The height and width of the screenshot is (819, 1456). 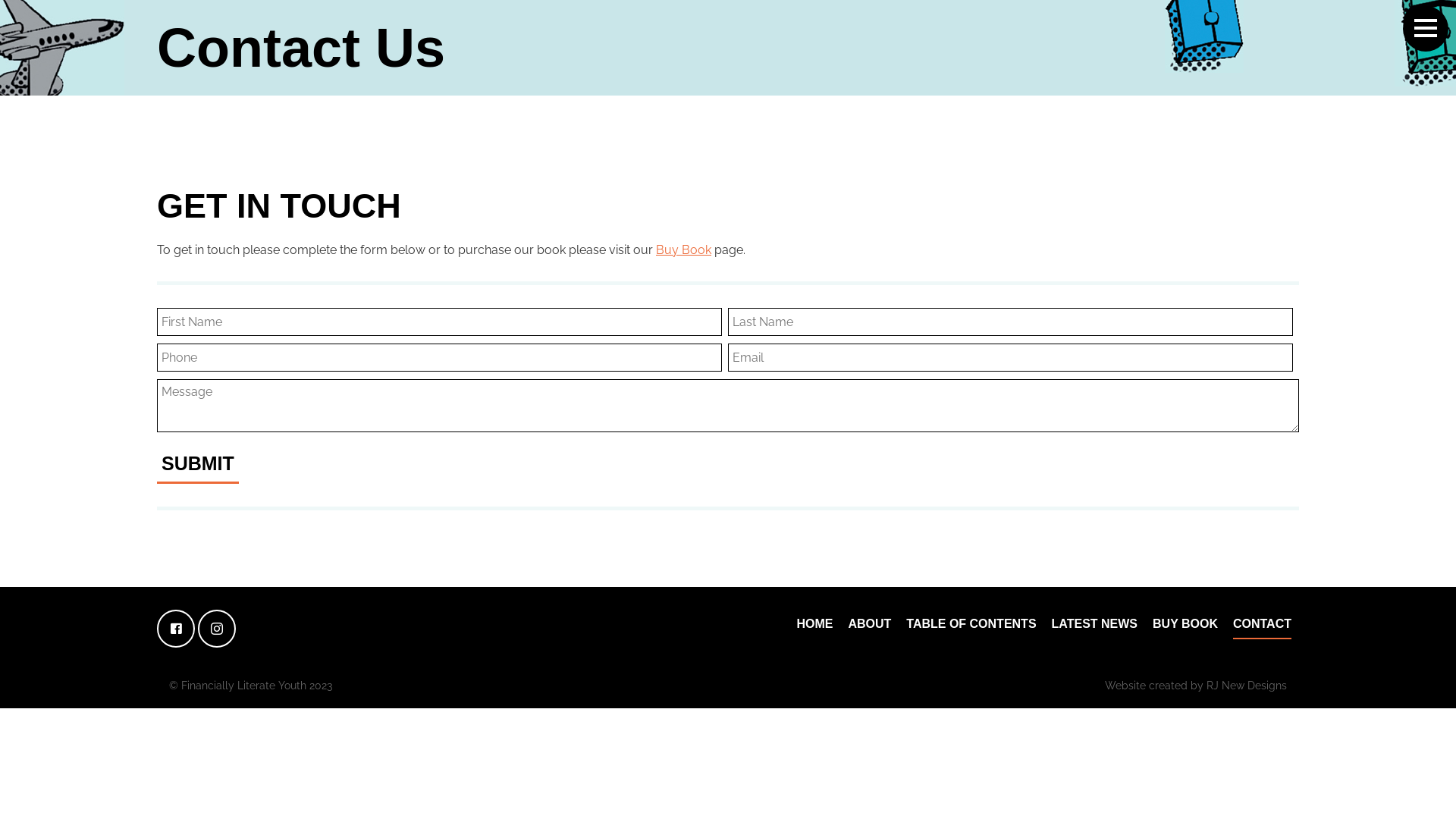 I want to click on 'Submit', so click(x=196, y=464).